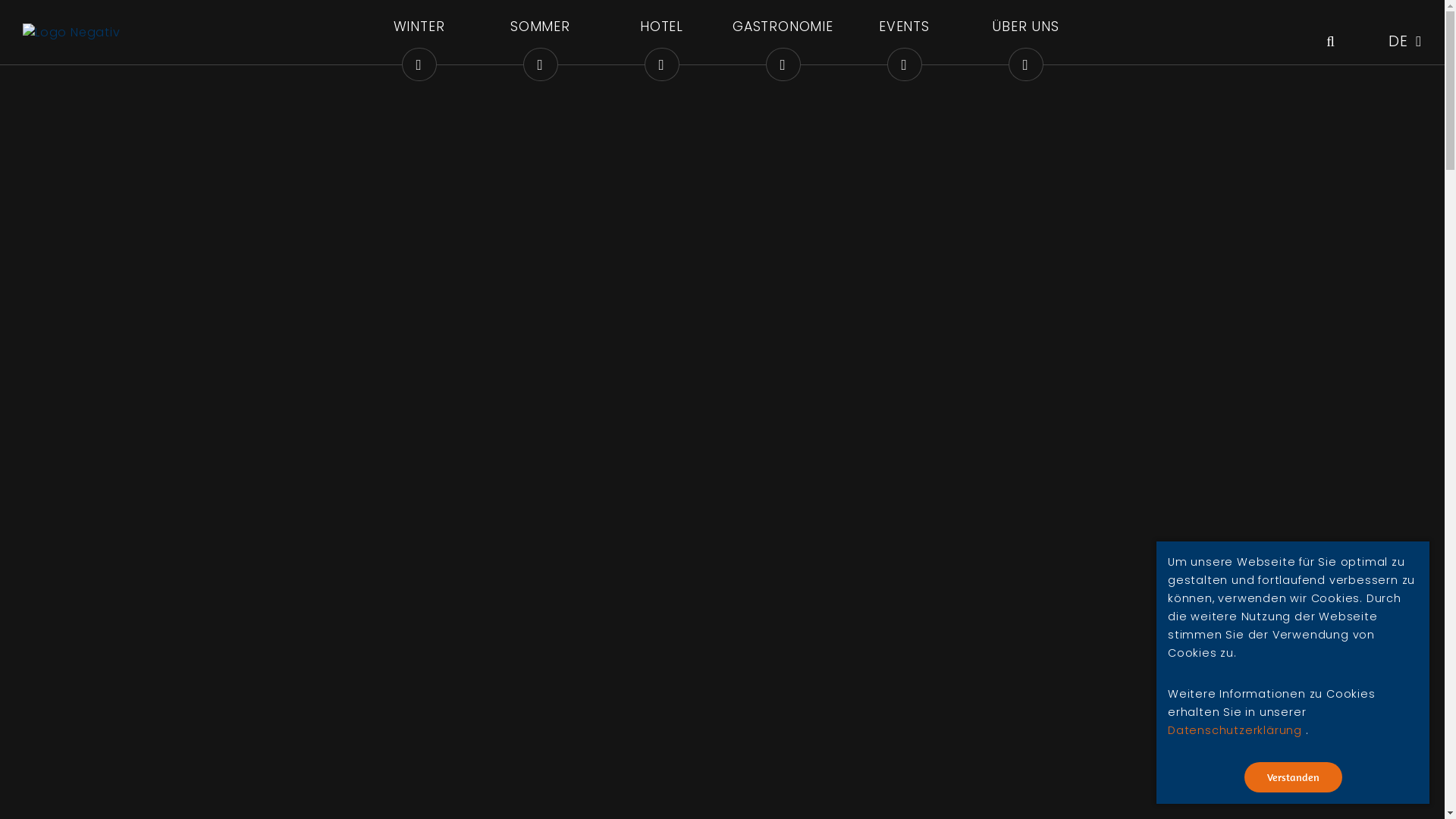 Image resolution: width=1456 pixels, height=819 pixels. I want to click on 'GASTRONOMIE', so click(729, 34).